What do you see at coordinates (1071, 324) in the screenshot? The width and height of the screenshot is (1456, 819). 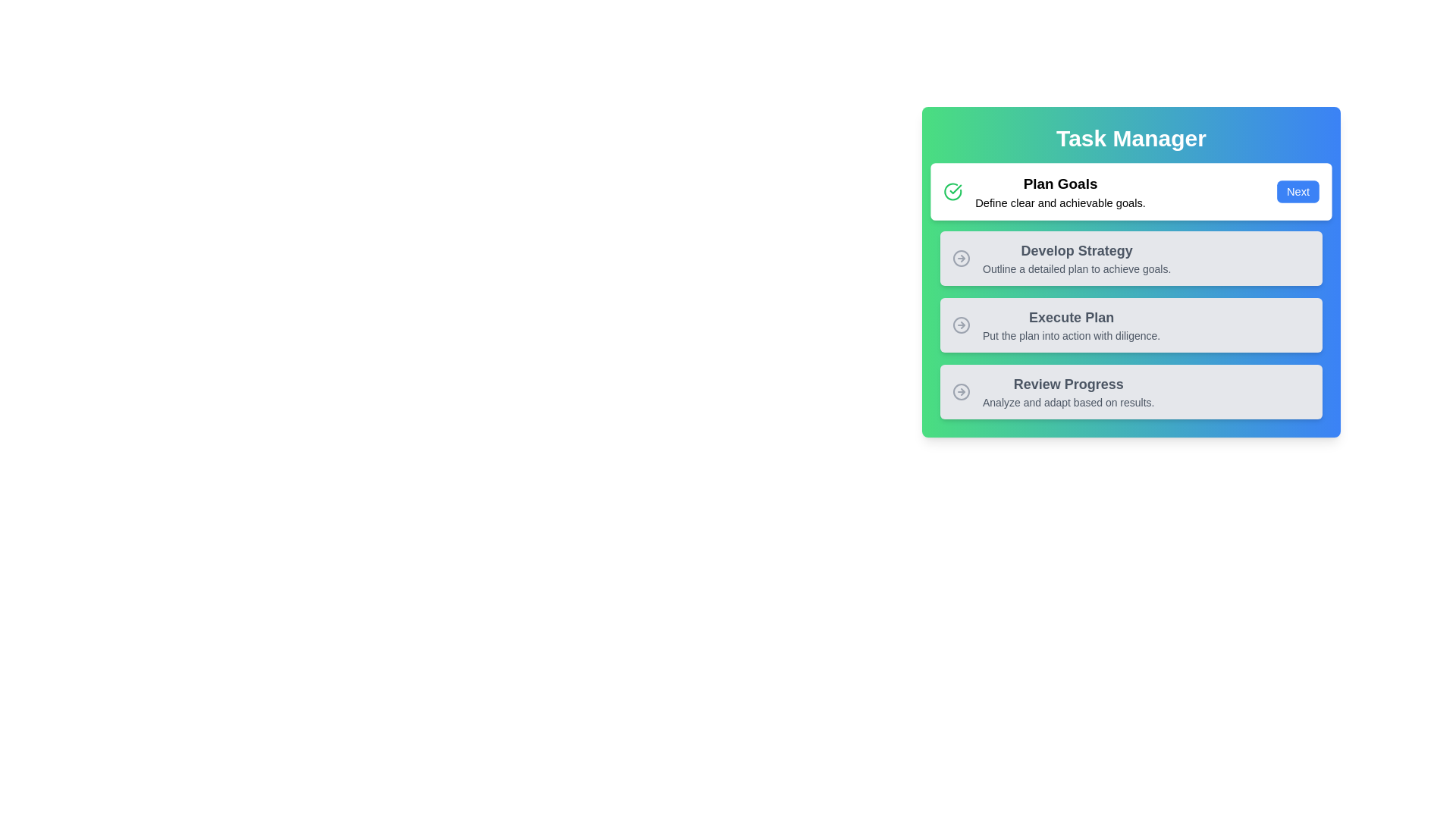 I see `text content of the label indicating the task stage for executing a plan with diligence in the Task Manager interface, positioned between 'Develop Strategy' and 'Review Progress'` at bounding box center [1071, 324].